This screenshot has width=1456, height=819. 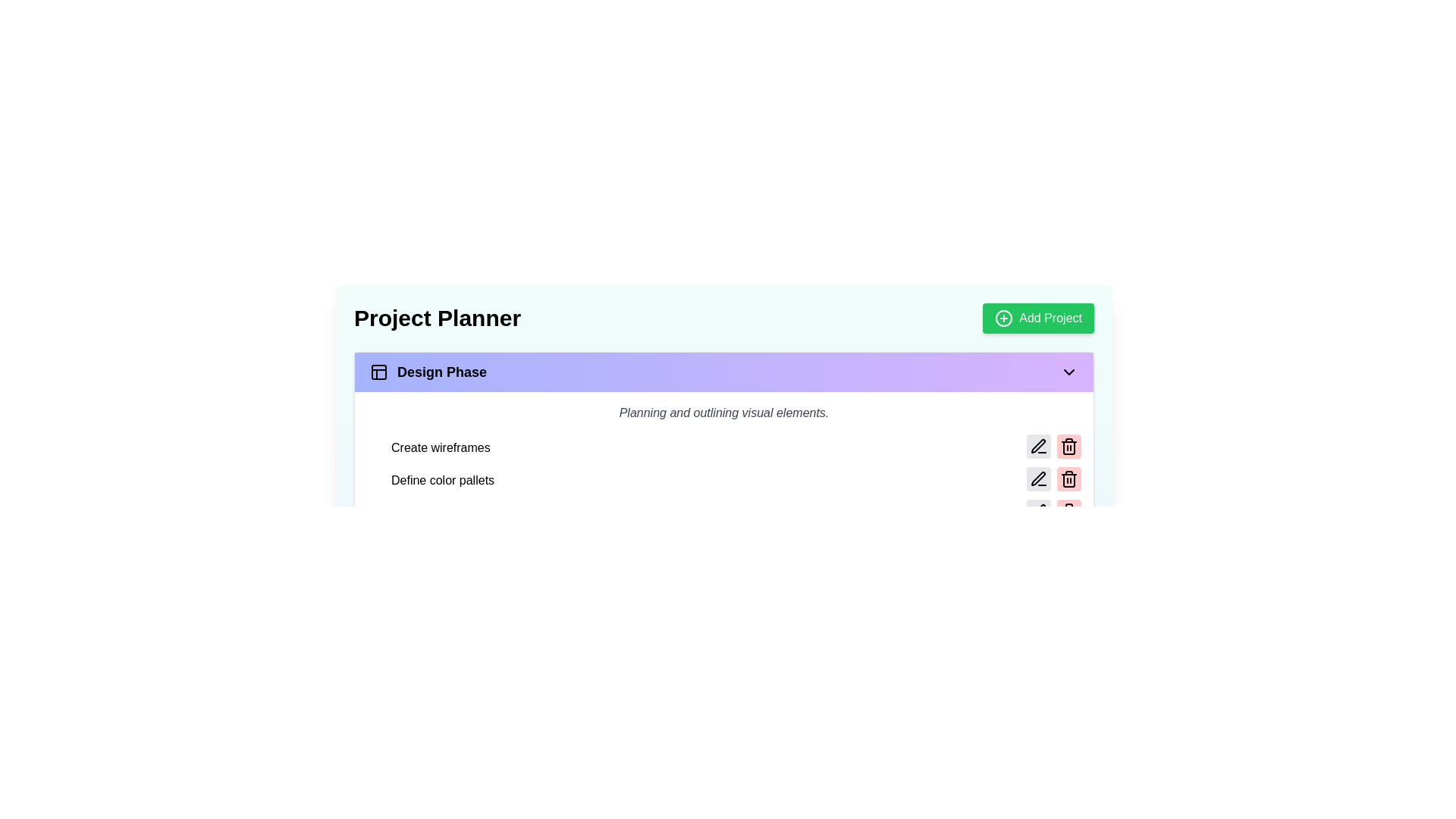 What do you see at coordinates (1037, 512) in the screenshot?
I see `the small, rounded rectangle button with a gray background, featuring a pen or edit icon, located at the right end of a task row` at bounding box center [1037, 512].